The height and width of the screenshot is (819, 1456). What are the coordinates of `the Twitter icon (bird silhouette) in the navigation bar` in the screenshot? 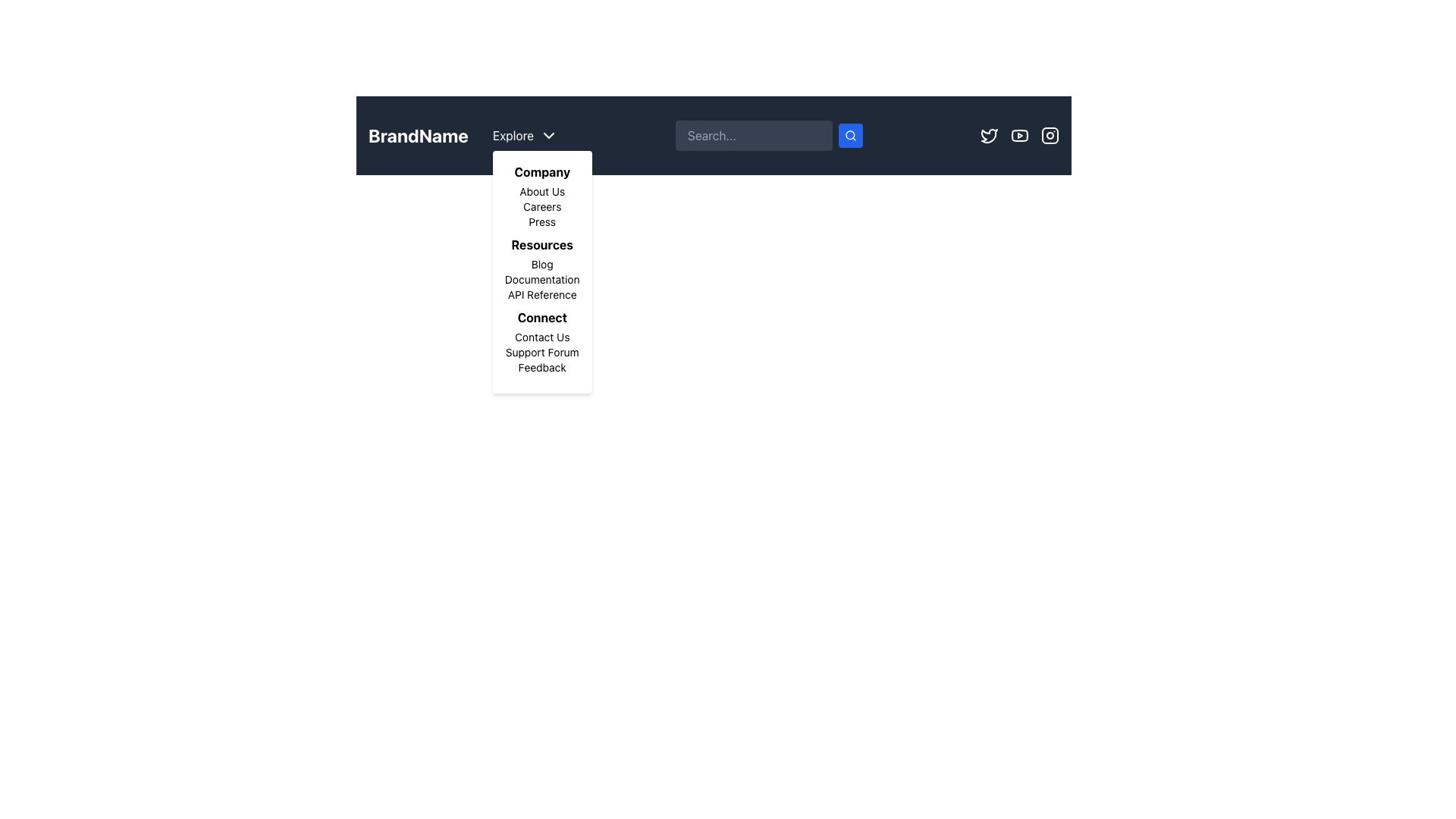 It's located at (990, 134).